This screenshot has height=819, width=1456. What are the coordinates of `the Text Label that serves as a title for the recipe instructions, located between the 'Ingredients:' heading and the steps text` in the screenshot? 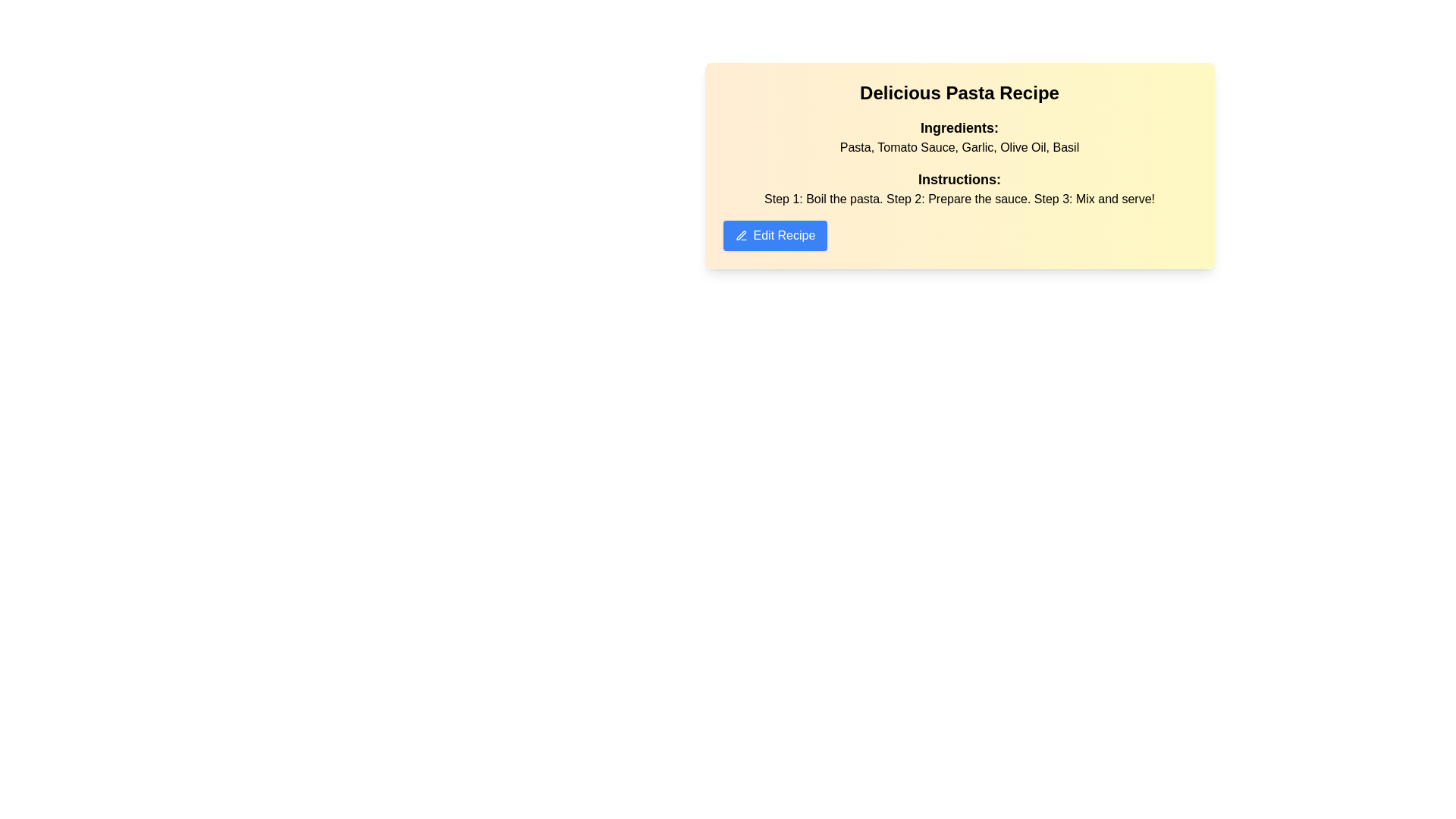 It's located at (959, 178).